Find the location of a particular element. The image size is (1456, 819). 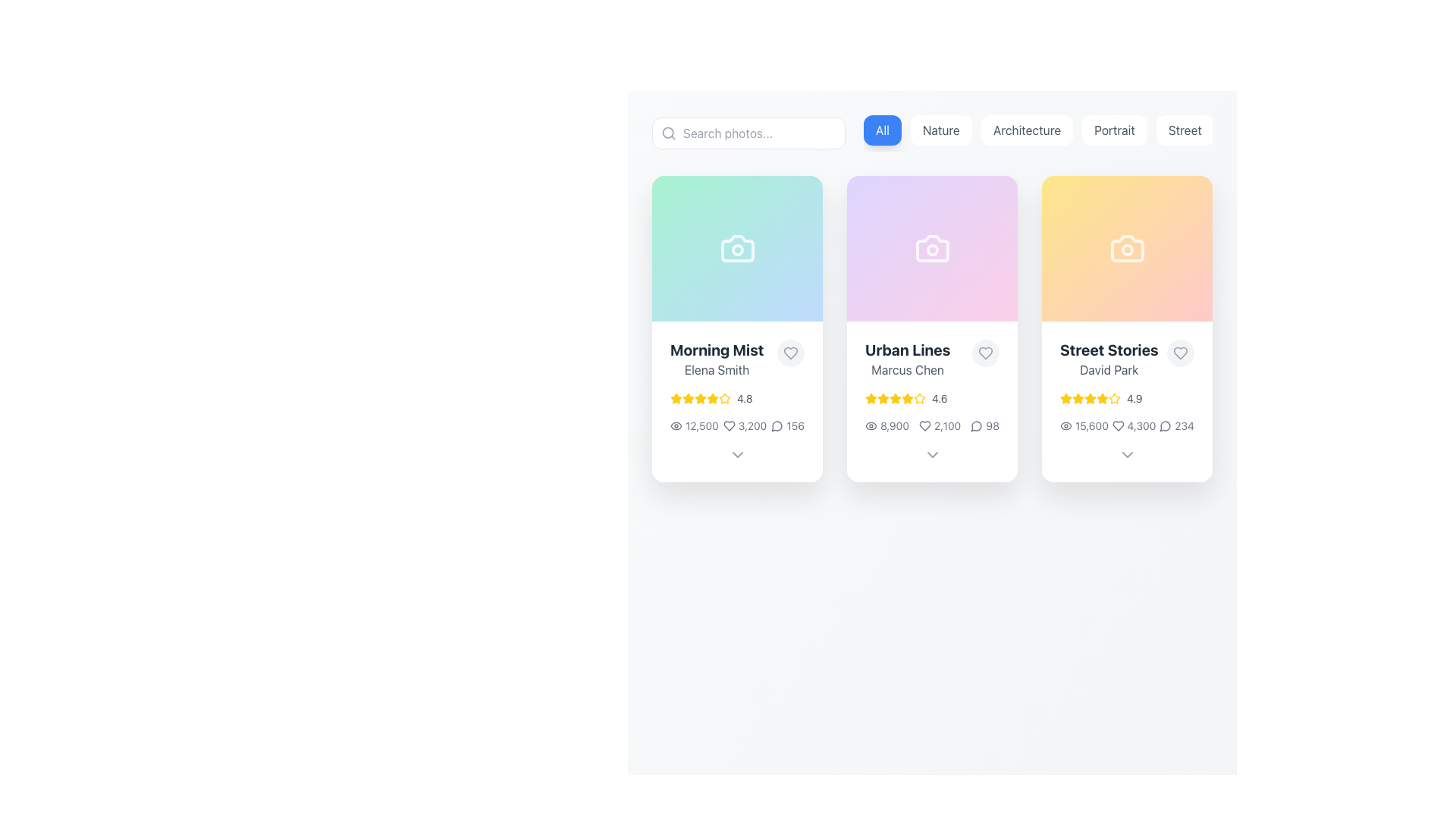

text information displayed in the title and subtitle of the Text label, which shows 'Urban Lines' and 'Marcus Chen' respectively, located in the middle card of a three-card layout is located at coordinates (908, 359).